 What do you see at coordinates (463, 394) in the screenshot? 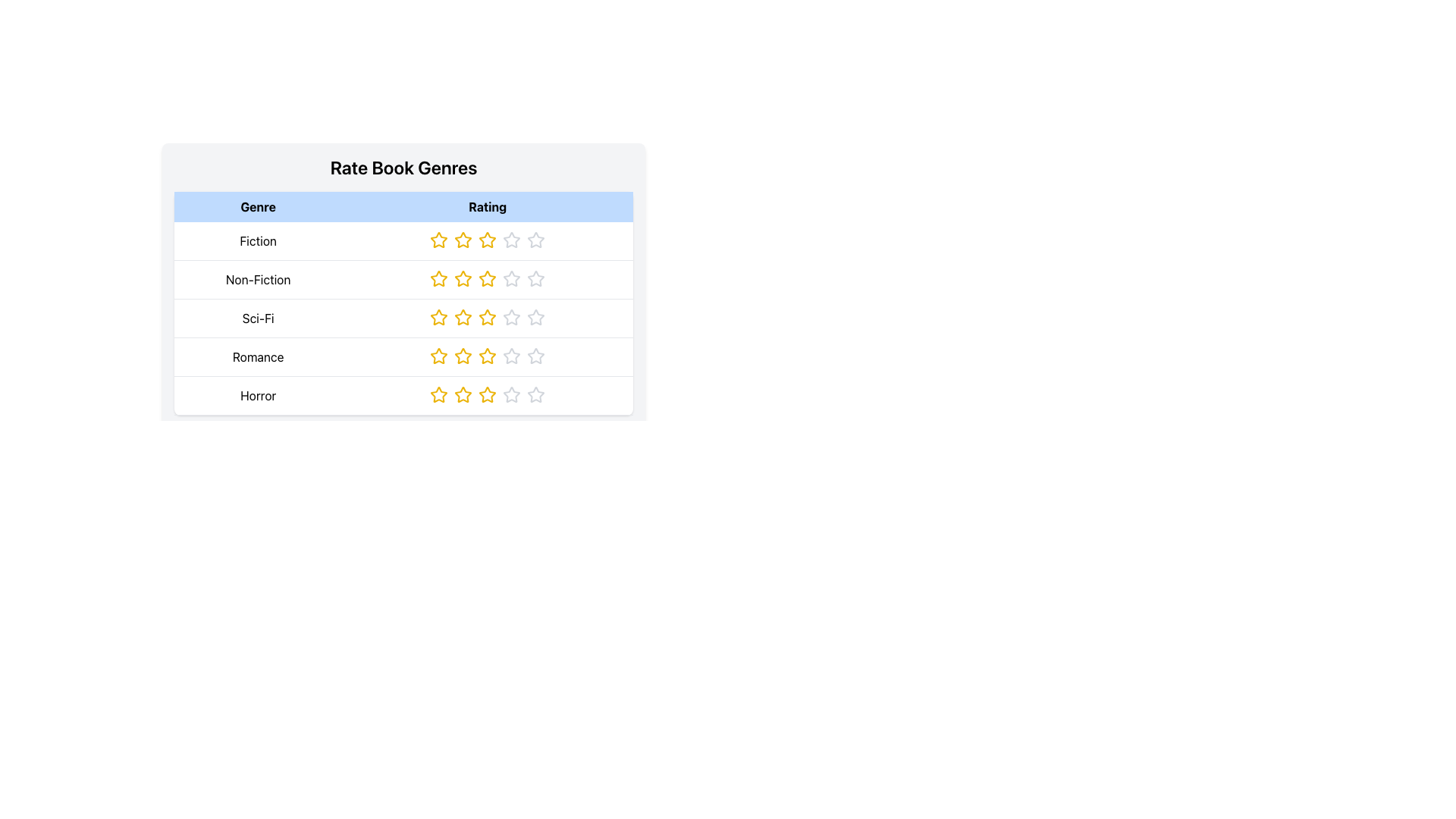
I see `the second interactive rating star icon for the Horror genre` at bounding box center [463, 394].